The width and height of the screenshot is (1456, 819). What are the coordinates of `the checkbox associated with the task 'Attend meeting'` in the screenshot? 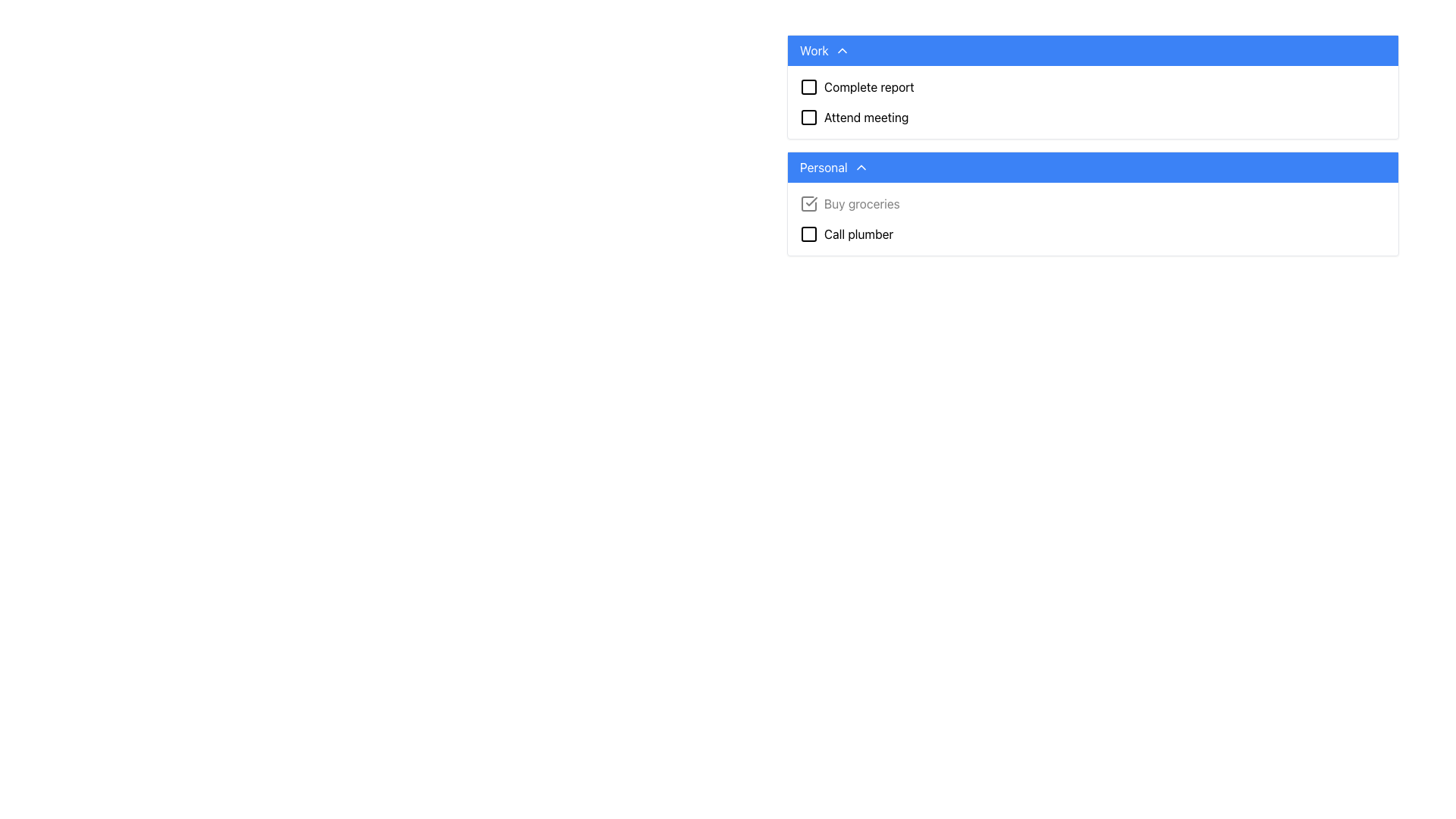 It's located at (808, 116).